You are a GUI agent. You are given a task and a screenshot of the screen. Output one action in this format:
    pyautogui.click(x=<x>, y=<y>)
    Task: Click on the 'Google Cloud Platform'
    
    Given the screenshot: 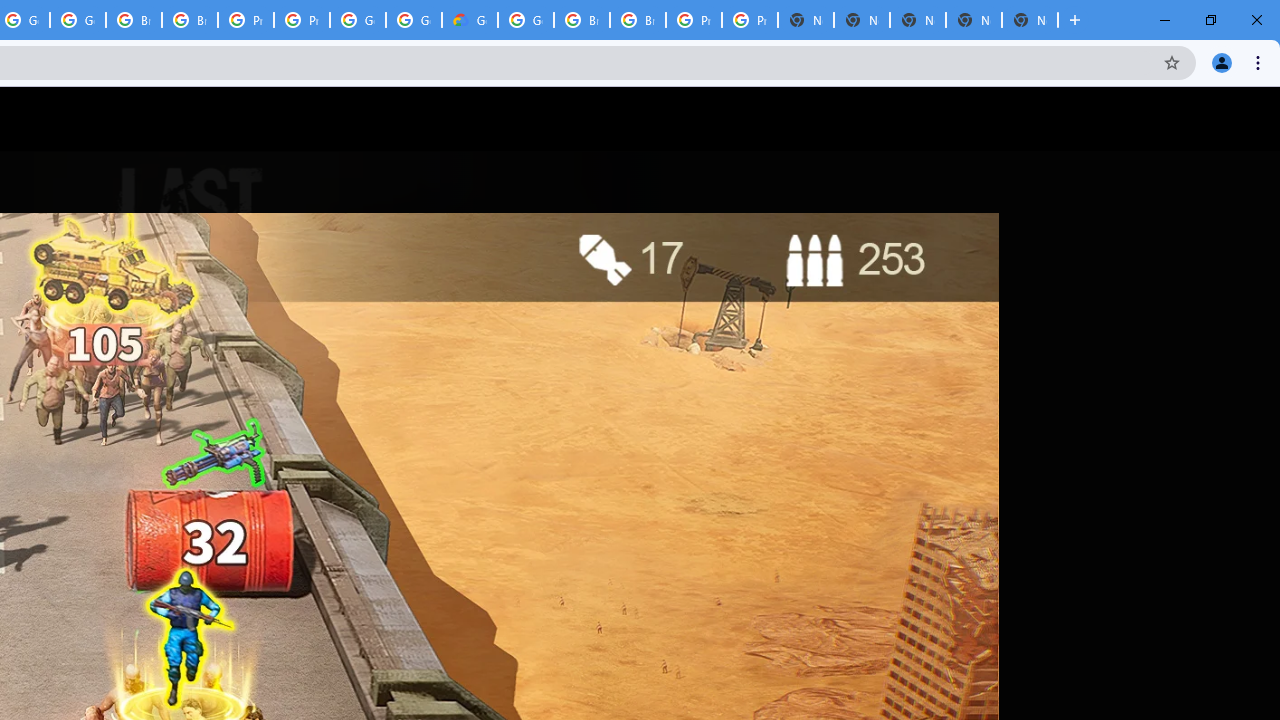 What is the action you would take?
    pyautogui.click(x=526, y=20)
    